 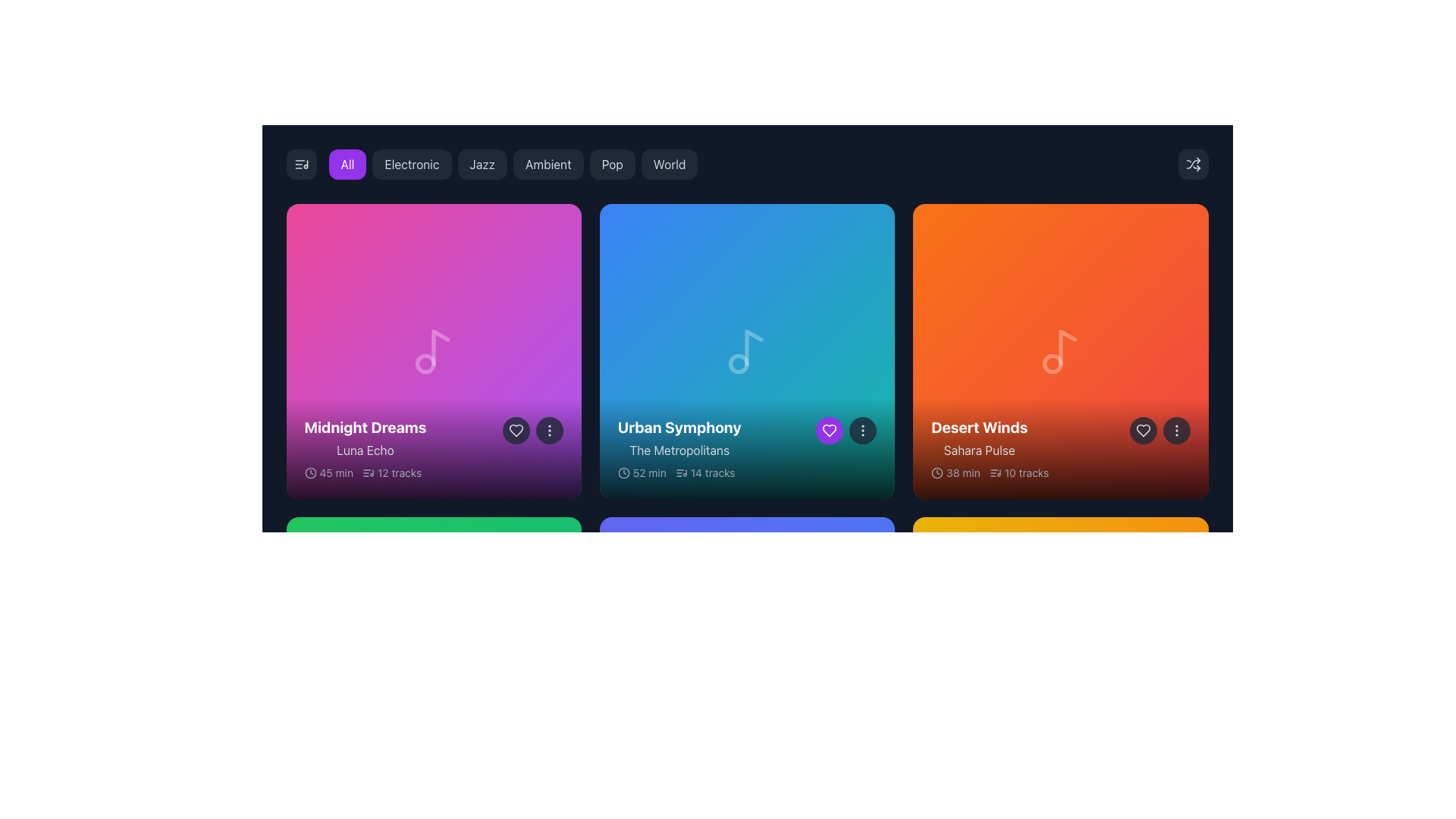 I want to click on the leftmost music list icon within the group that includes '14 tracks' text, located below the title 'Urban Symphony', so click(x=680, y=472).